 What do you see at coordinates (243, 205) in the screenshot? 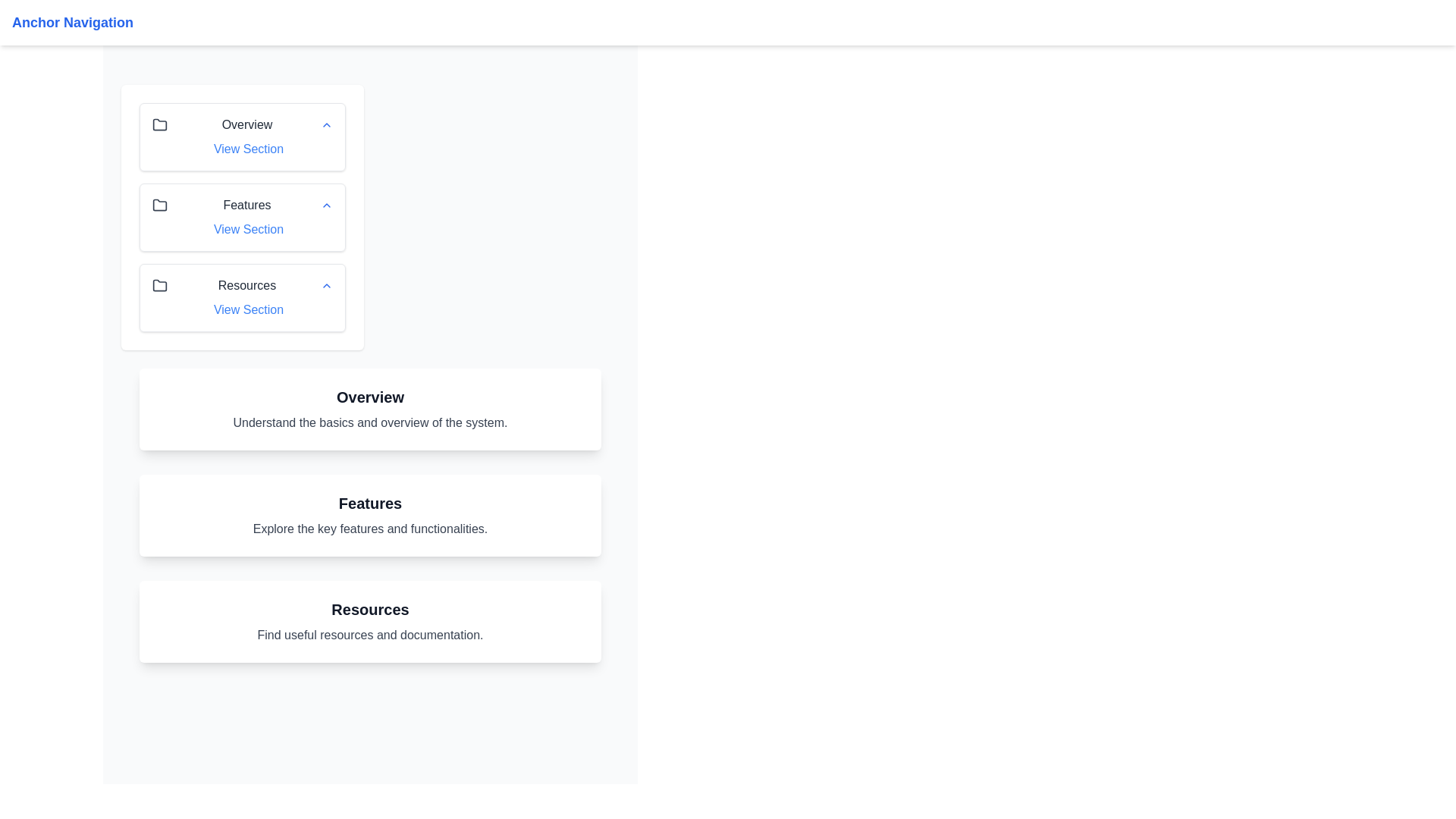
I see `the folder icon in the 'Features' section collapsible header` at bounding box center [243, 205].